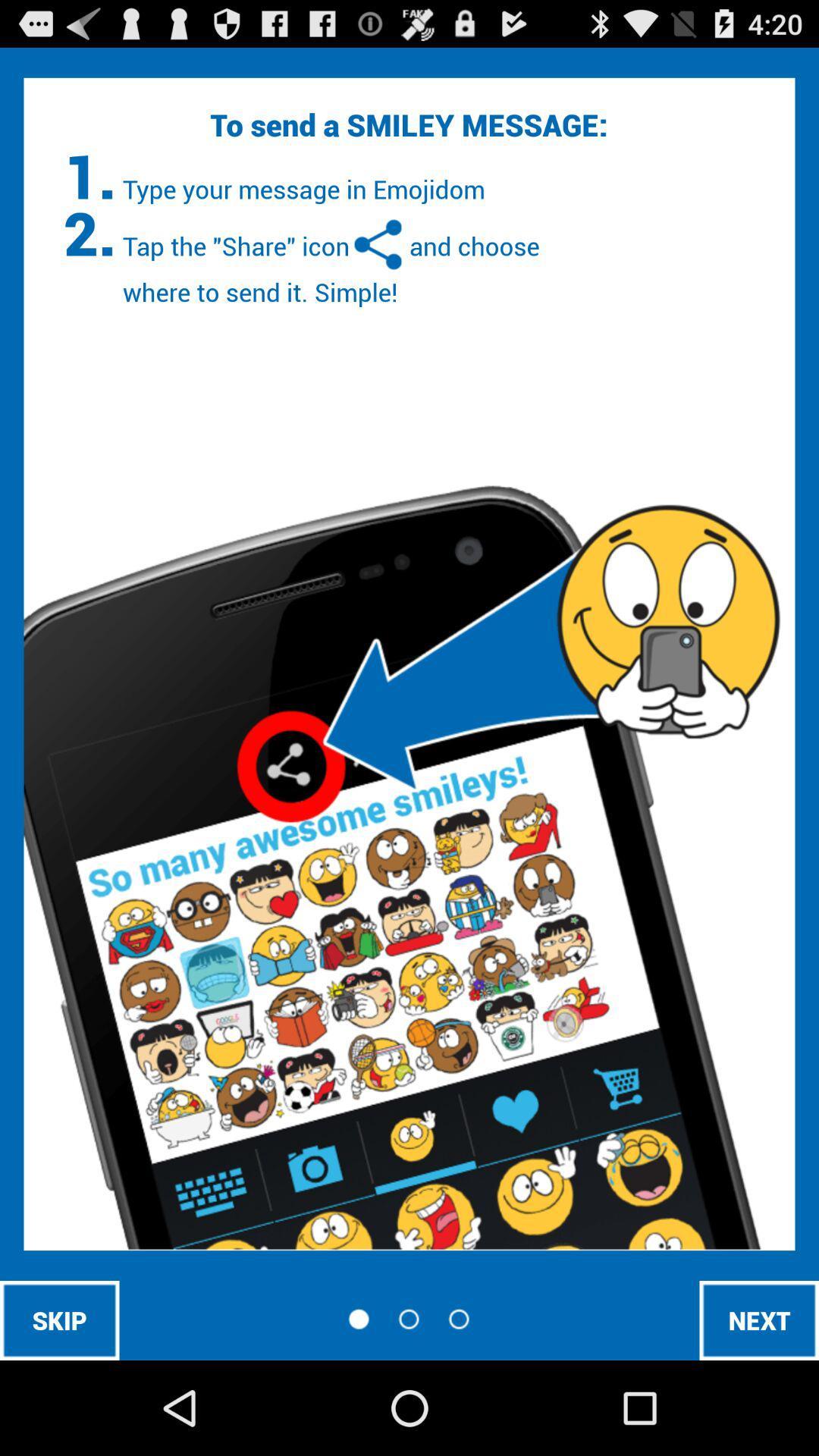 This screenshot has width=819, height=1456. Describe the element at coordinates (759, 1319) in the screenshot. I see `next icon` at that location.